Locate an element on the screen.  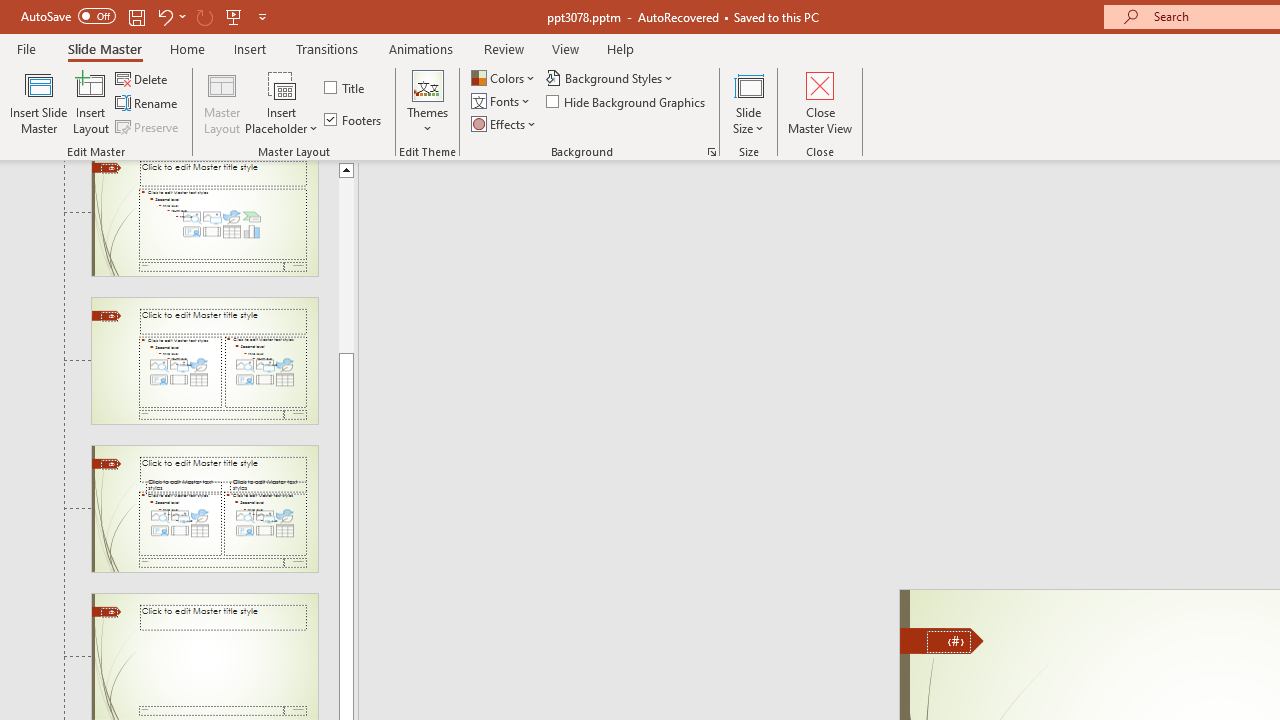
'From Beginning' is located at coordinates (234, 16).